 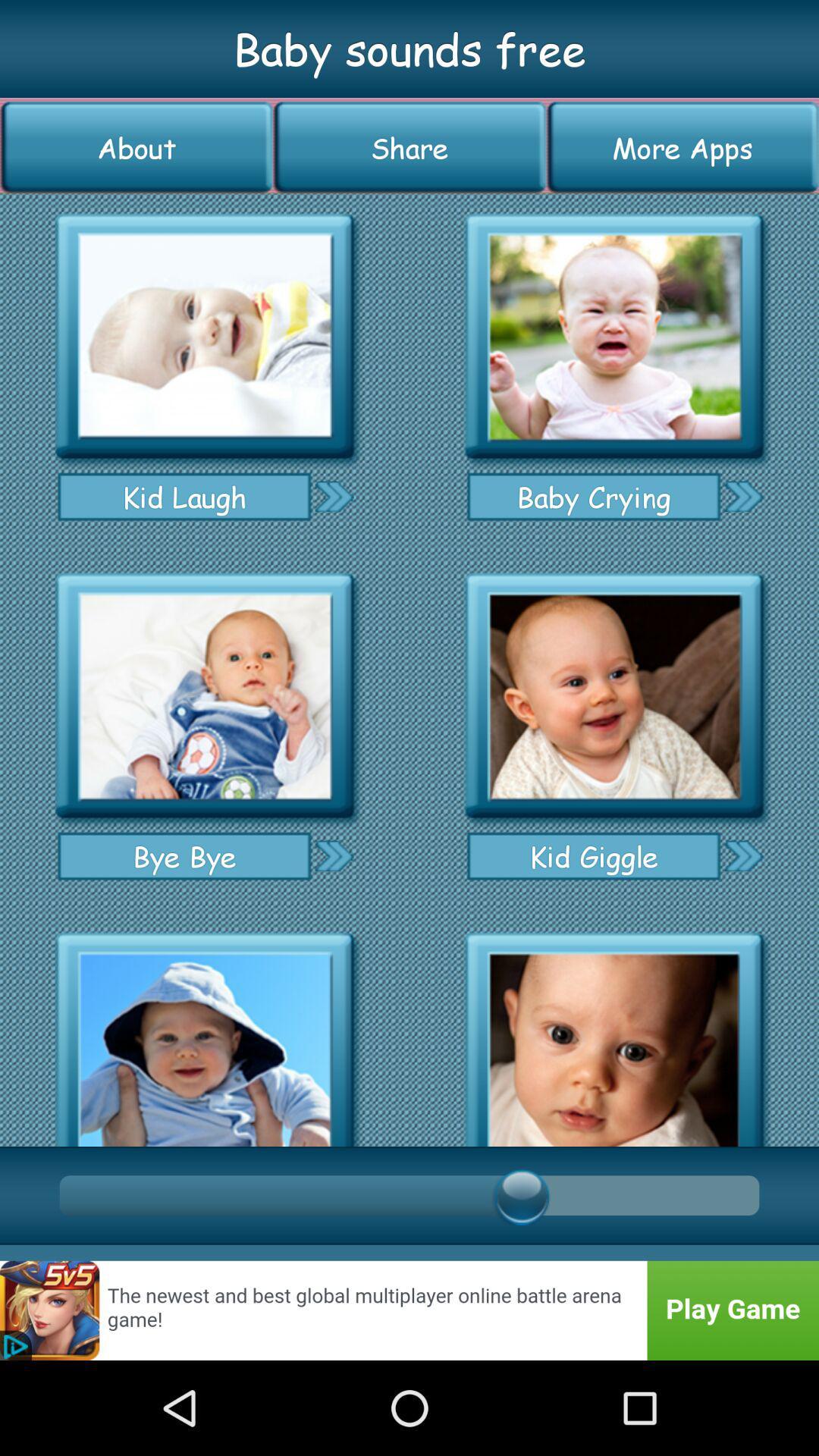 I want to click on see baby crying sound, so click(x=742, y=496).